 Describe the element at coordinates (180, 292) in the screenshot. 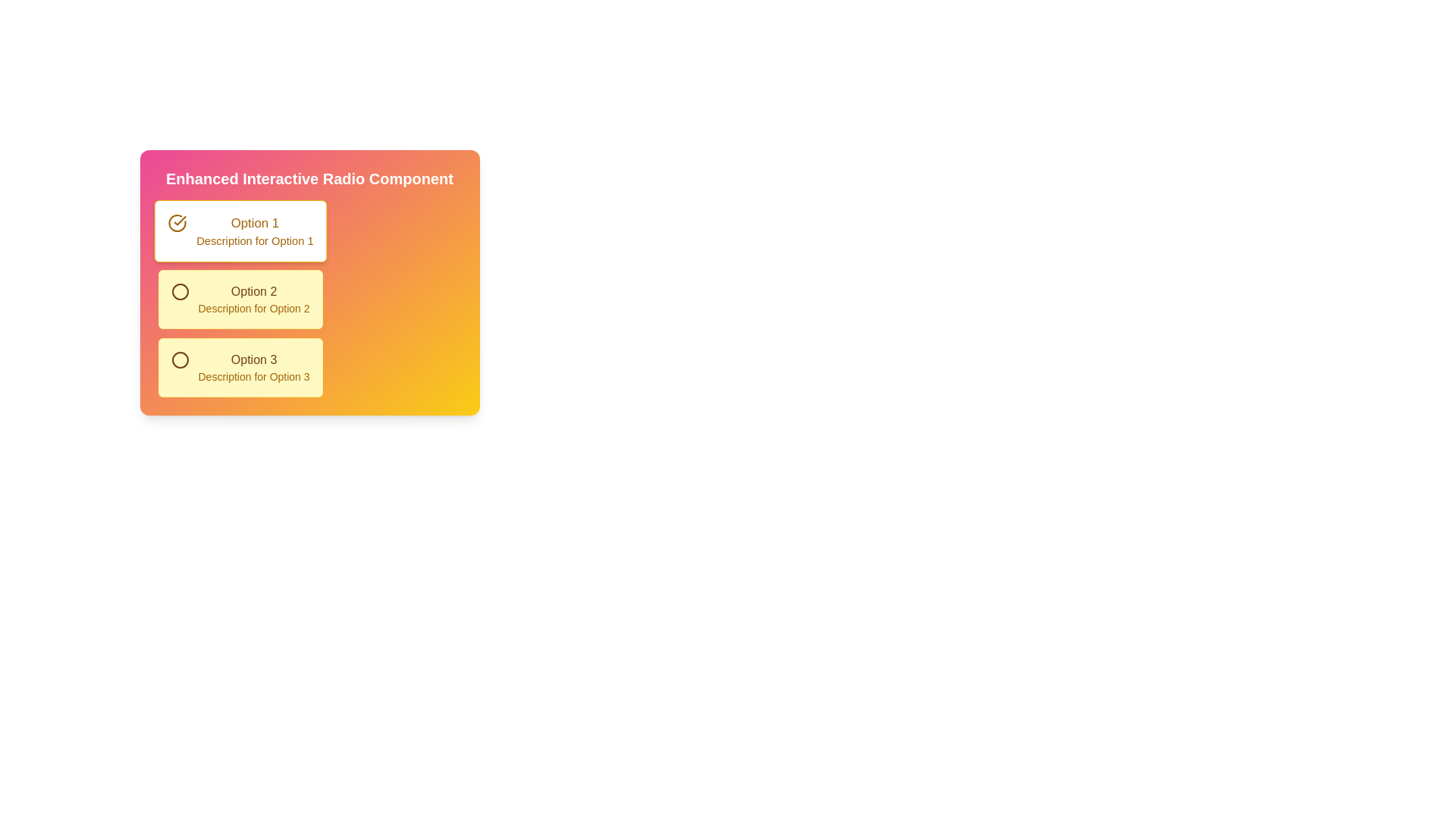

I see `the second radio button option labeled 'Option 2 - Description for Option 2' in the 'Enhanced Interactive Radio Component' card` at that location.